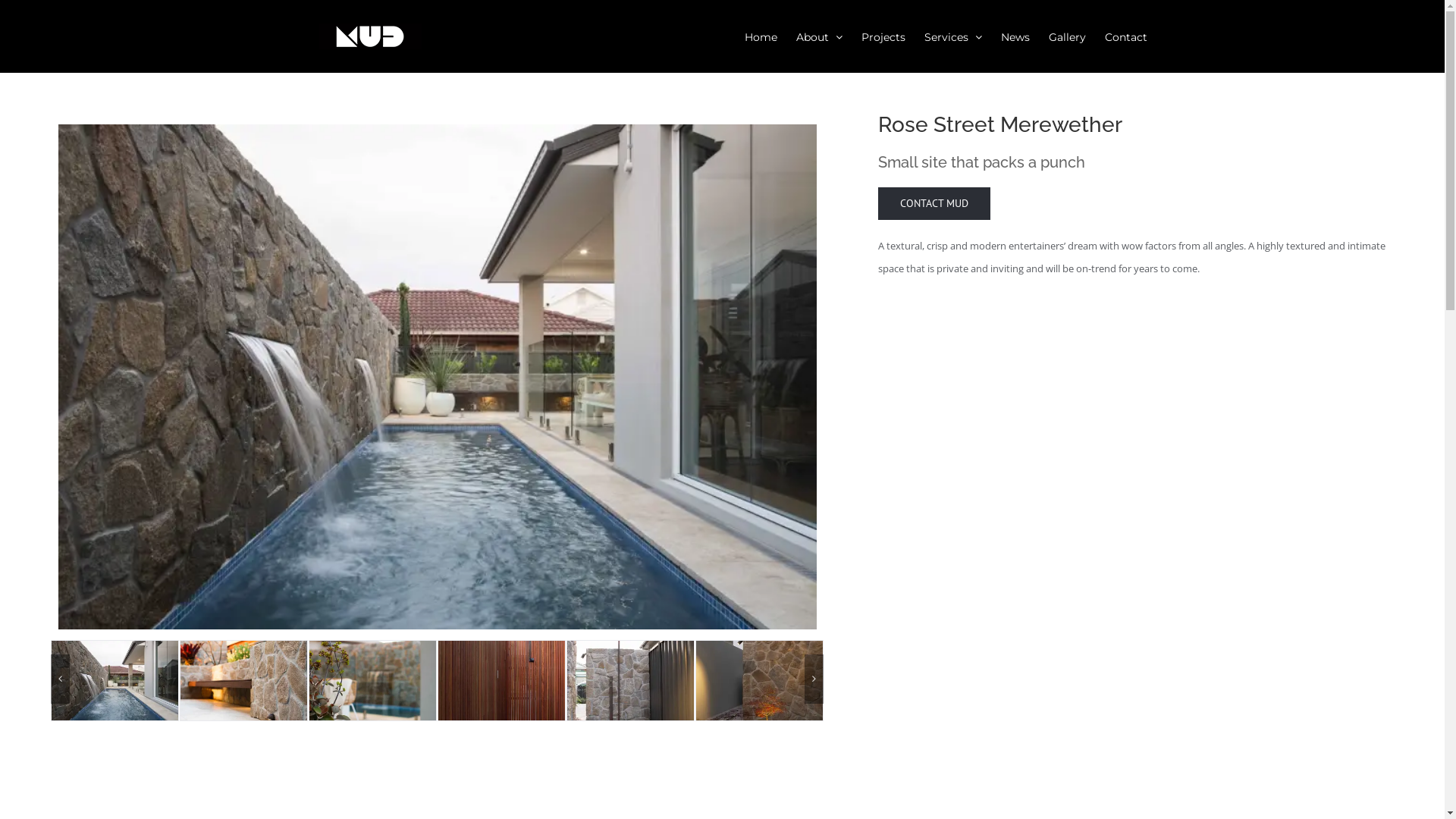 The image size is (1456, 819). What do you see at coordinates (1125, 35) in the screenshot?
I see `'Contact'` at bounding box center [1125, 35].